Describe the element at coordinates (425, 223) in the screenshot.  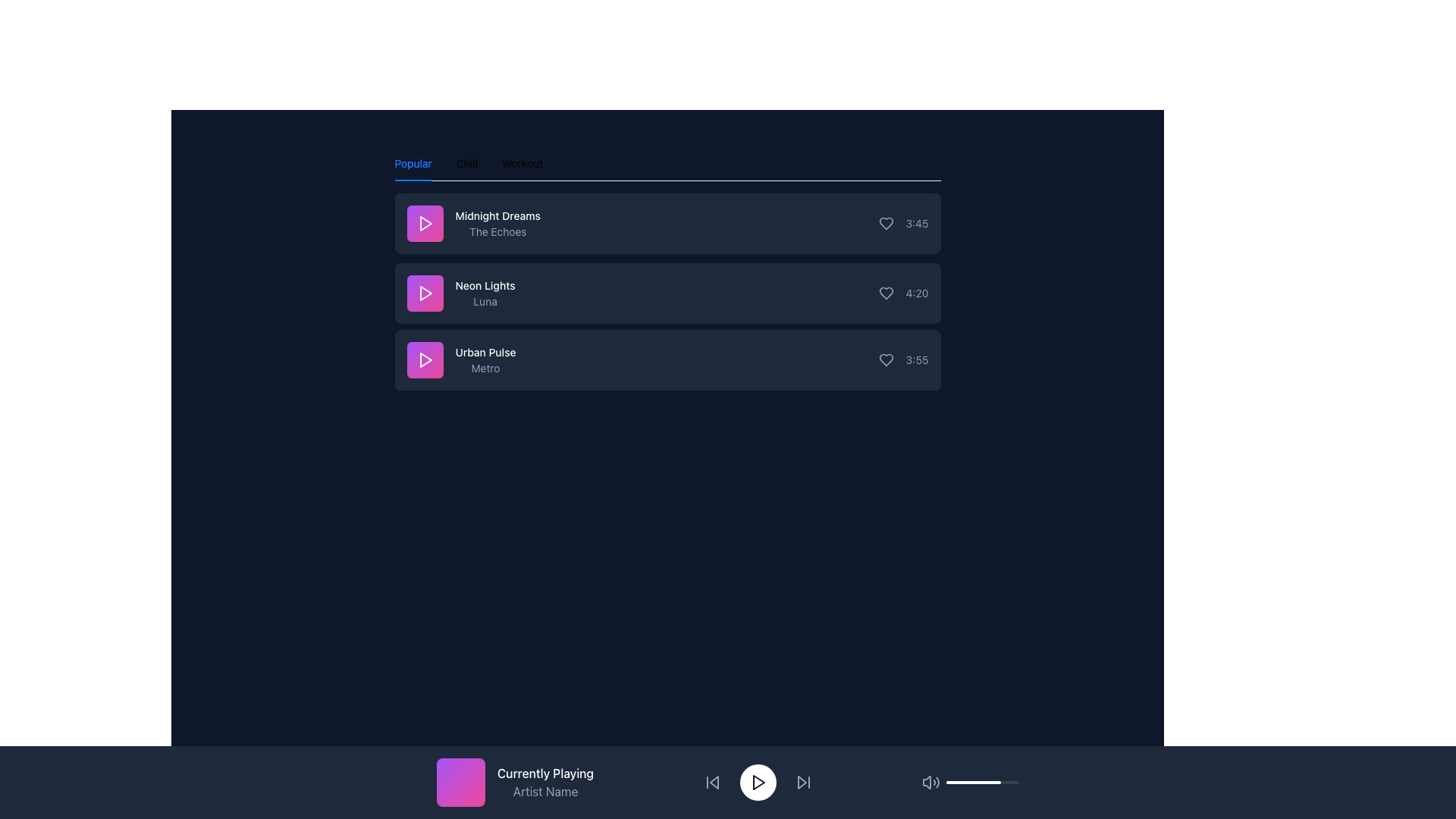
I see `the triangular play icon with a purple gradient background located at the top-left corner of the 'Midnight Dreams' song tile in the 'Popular' section` at that location.